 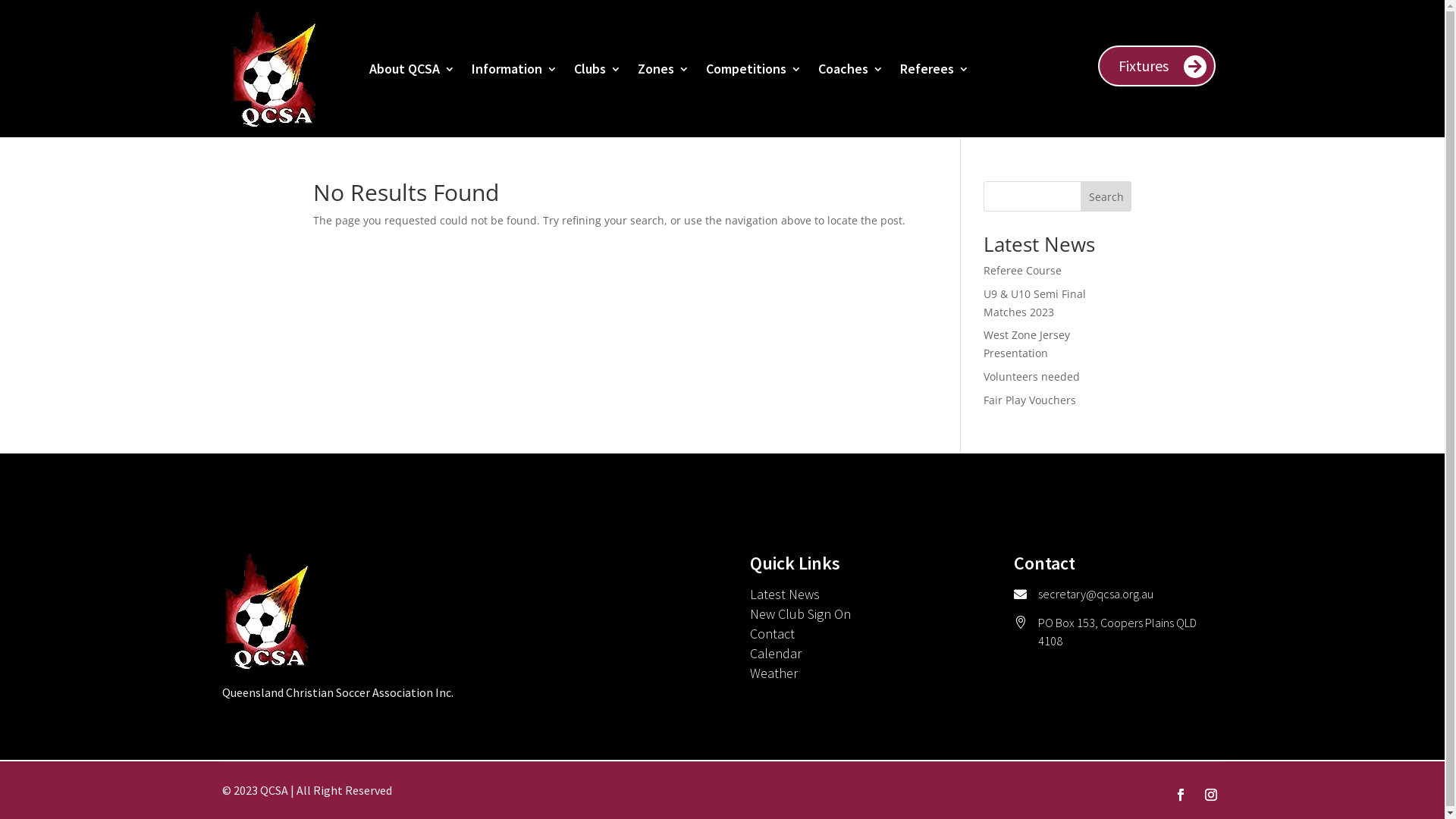 I want to click on 'QCSA Logo No Tagline', so click(x=266, y=610).